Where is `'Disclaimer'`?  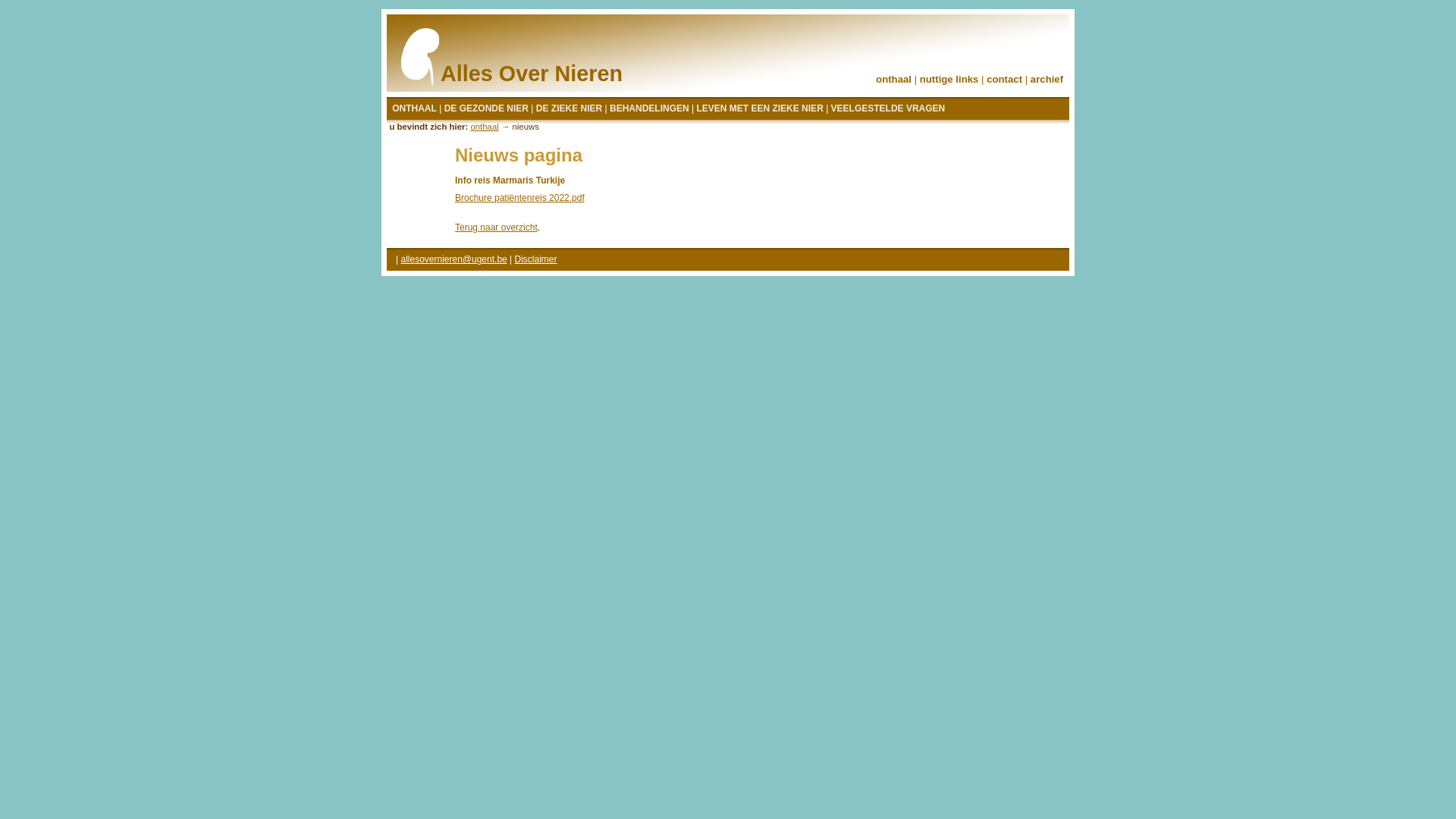
'Disclaimer' is located at coordinates (514, 259).